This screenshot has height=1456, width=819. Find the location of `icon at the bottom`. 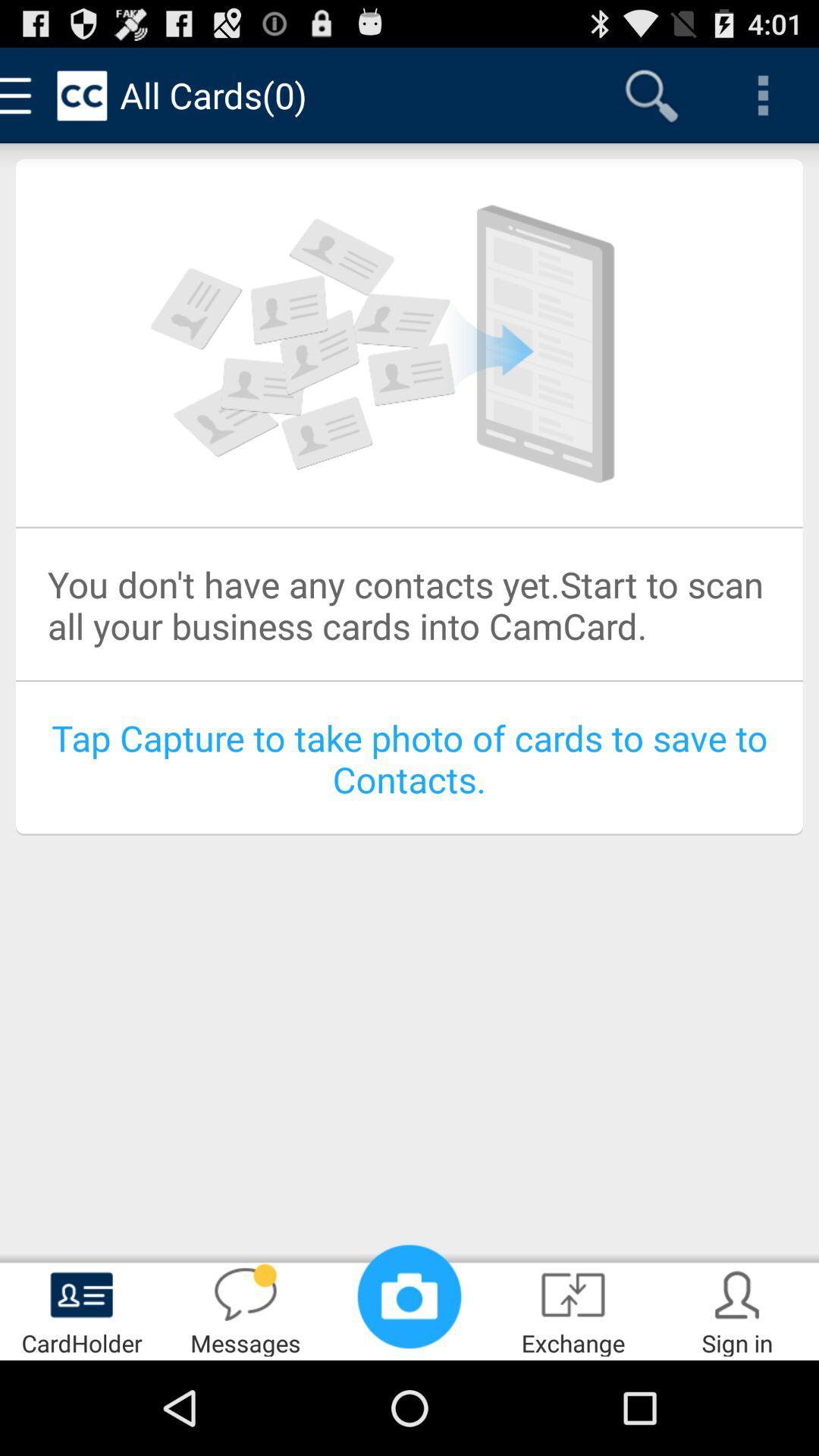

icon at the bottom is located at coordinates (409, 1295).